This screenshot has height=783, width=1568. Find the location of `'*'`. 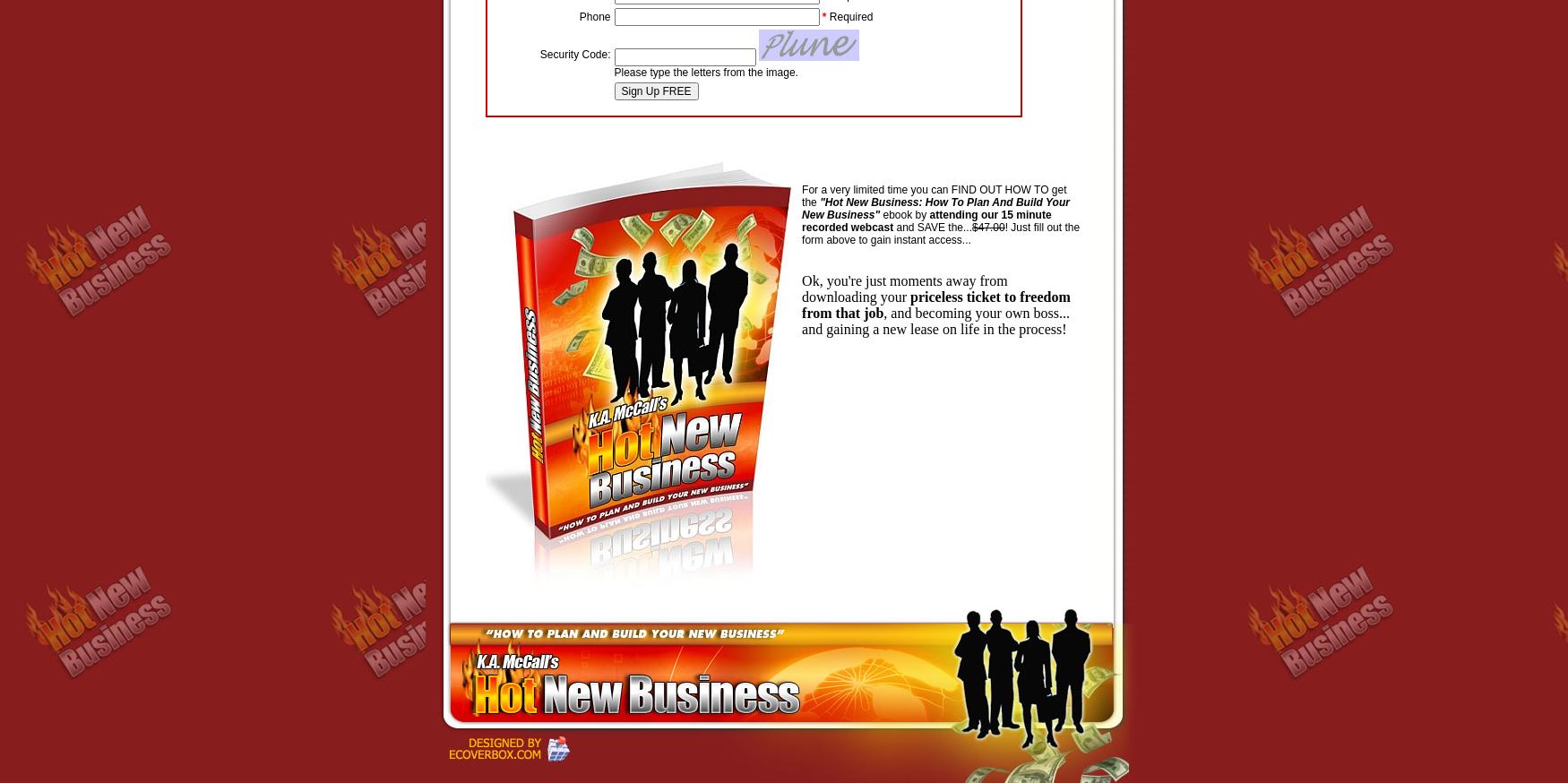

'*' is located at coordinates (823, 15).